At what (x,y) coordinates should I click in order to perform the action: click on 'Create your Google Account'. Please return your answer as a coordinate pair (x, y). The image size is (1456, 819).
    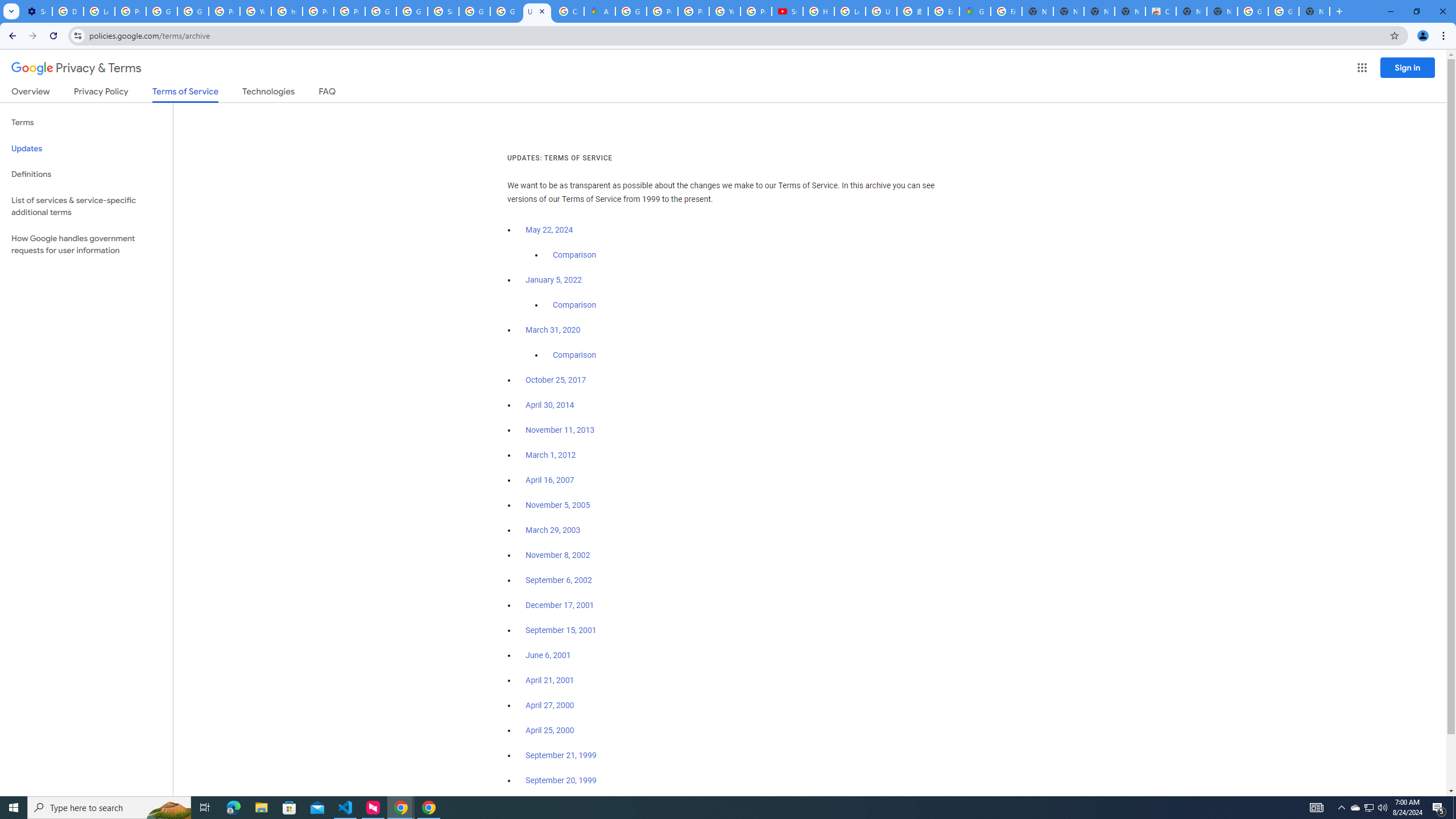
    Looking at the image, I should click on (568, 11).